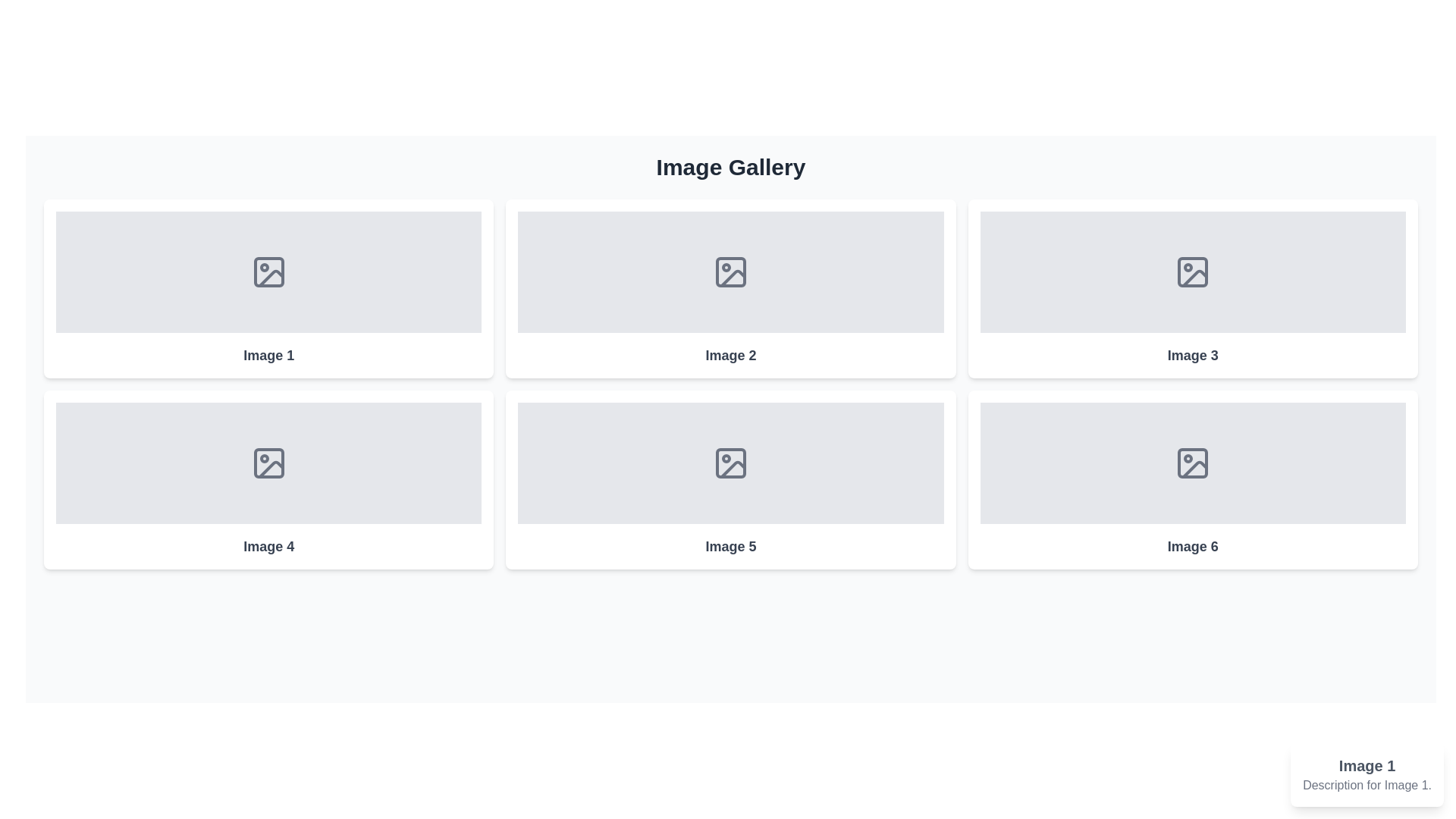  What do you see at coordinates (1192, 271) in the screenshot?
I see `the Decorative icon component, which is the square part of the image icon in the first row, third column of the grid layout` at bounding box center [1192, 271].